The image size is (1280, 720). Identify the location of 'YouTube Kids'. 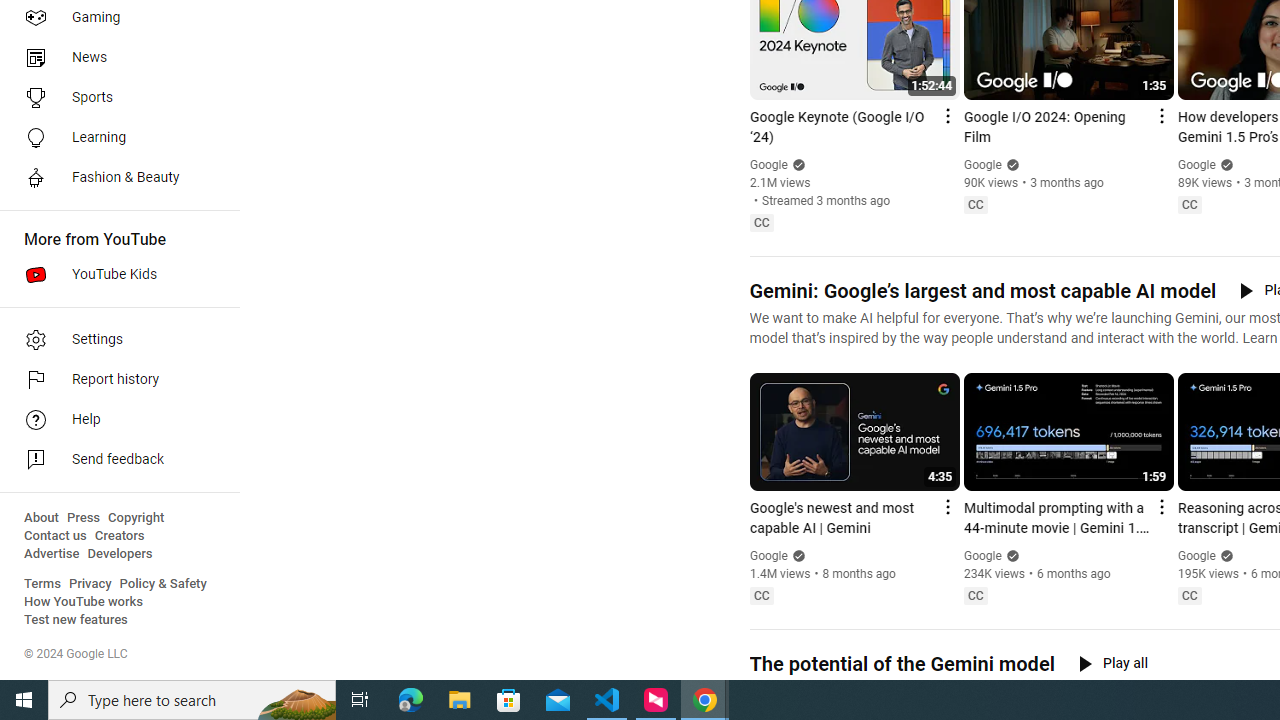
(112, 275).